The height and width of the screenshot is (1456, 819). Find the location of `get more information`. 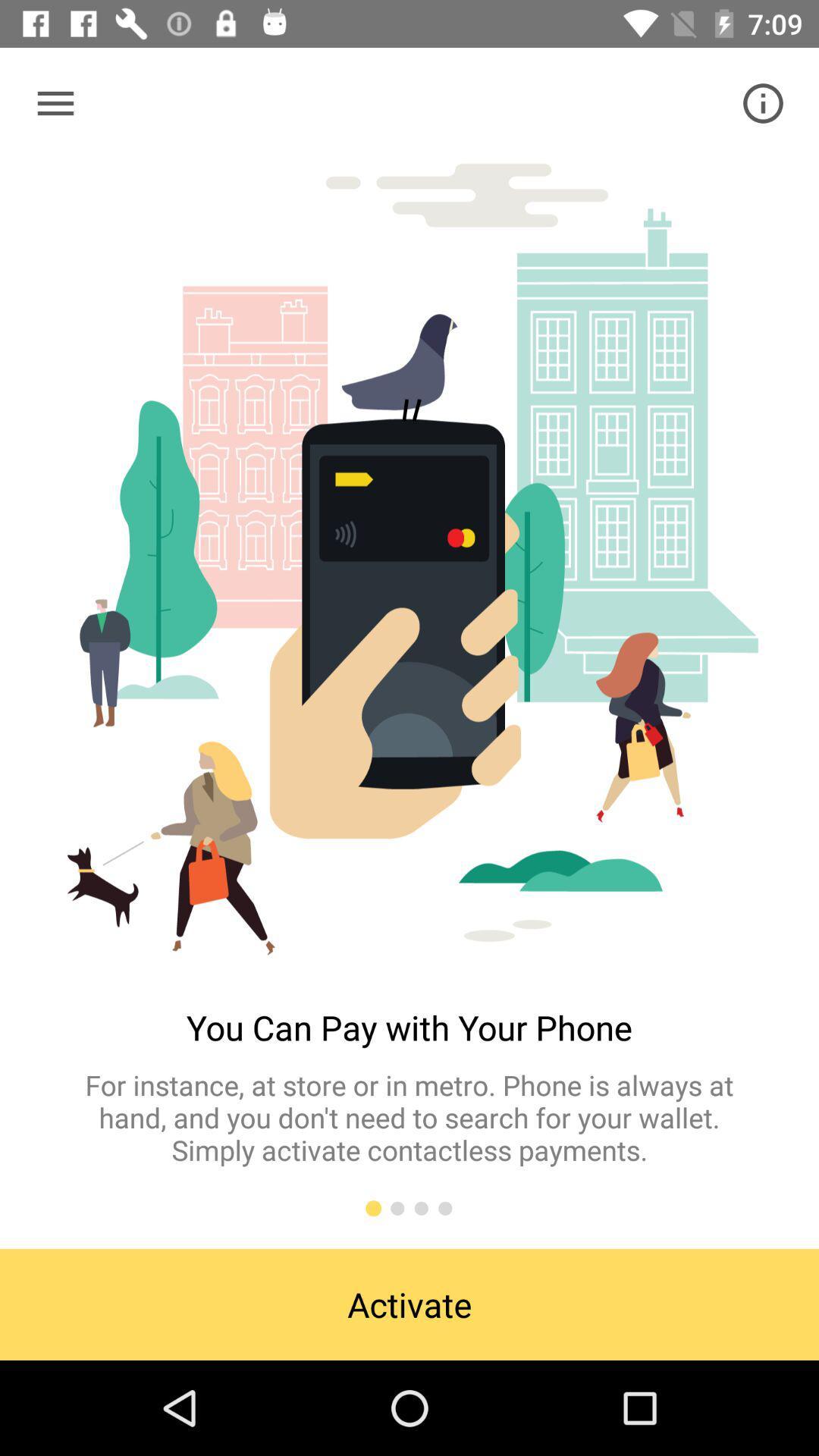

get more information is located at coordinates (763, 102).